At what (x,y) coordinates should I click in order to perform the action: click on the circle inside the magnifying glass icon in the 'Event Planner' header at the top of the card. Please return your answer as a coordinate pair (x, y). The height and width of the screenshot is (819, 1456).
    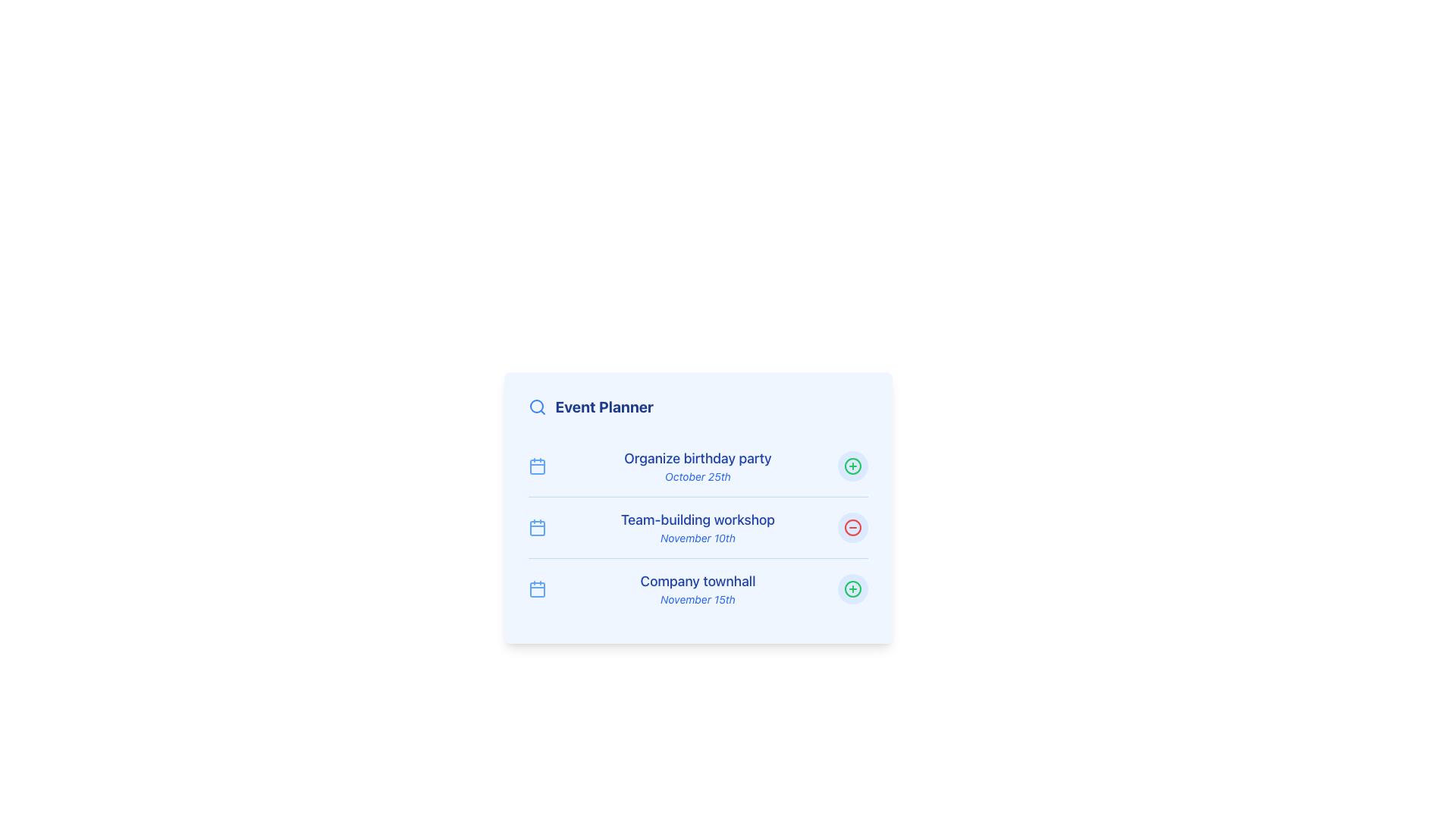
    Looking at the image, I should click on (536, 406).